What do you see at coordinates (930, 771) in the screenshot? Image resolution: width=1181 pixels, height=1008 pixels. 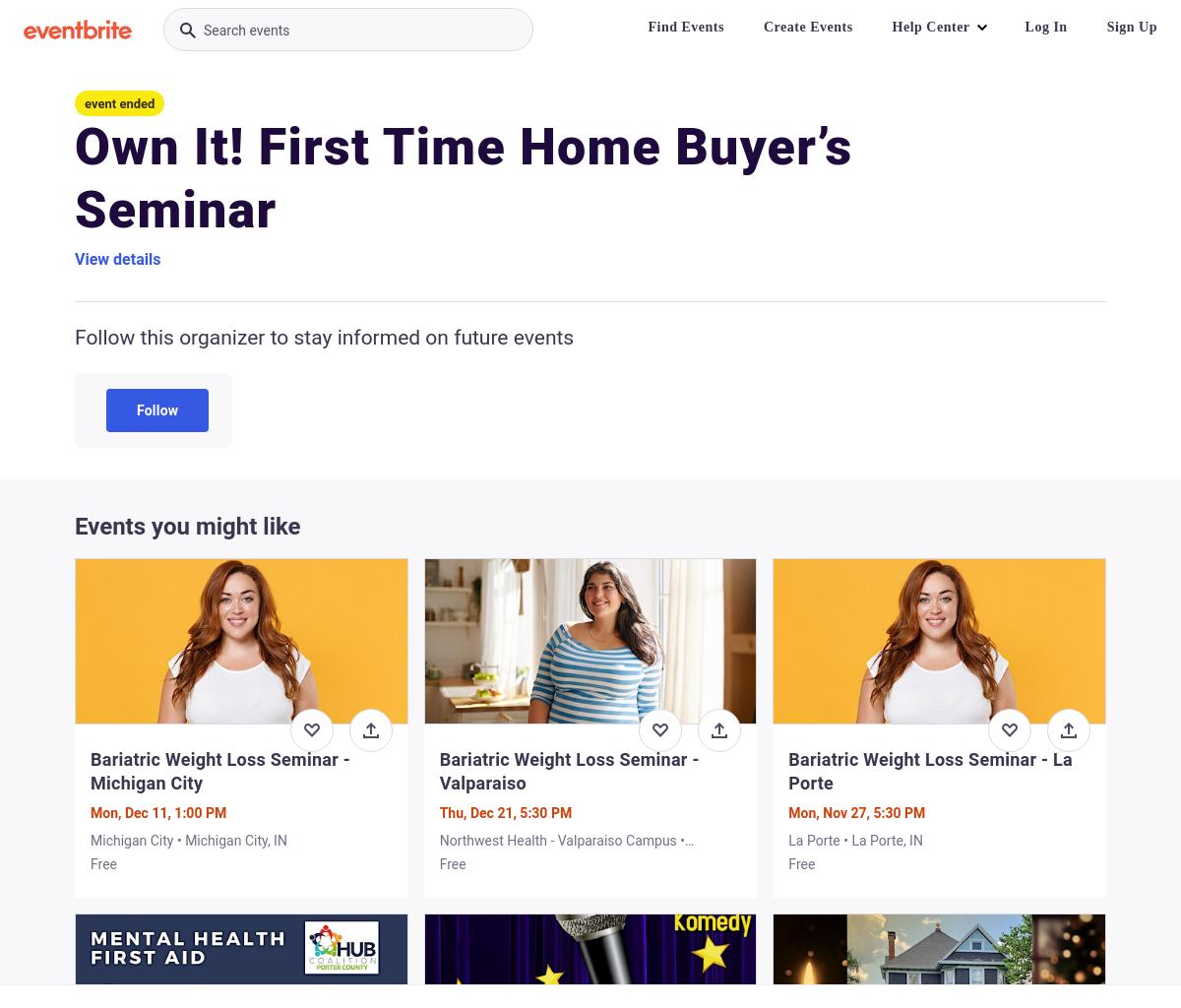 I see `'Bariatric Weight Loss Seminar - La Porte'` at bounding box center [930, 771].